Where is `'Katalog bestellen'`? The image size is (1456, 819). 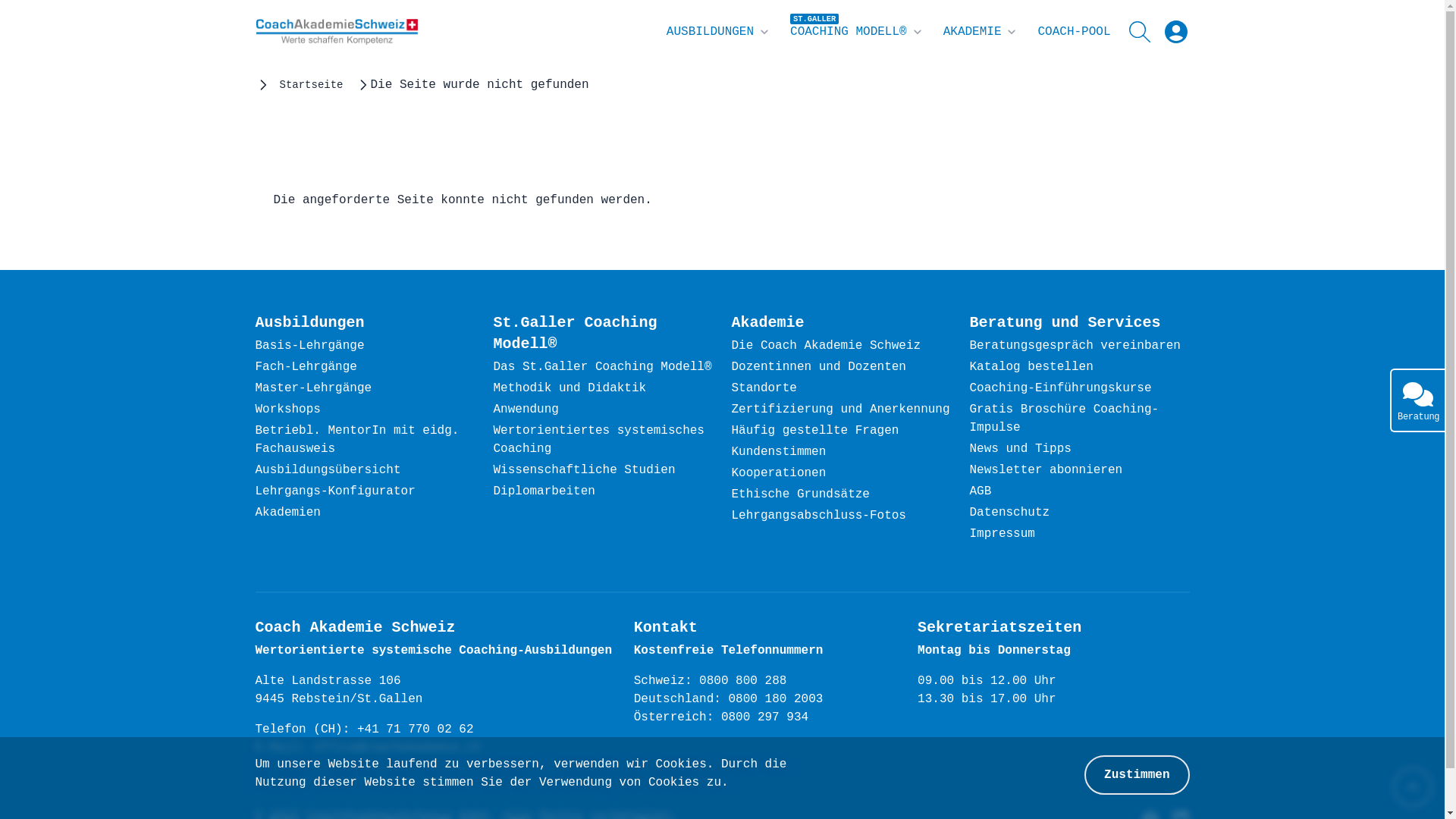
'Katalog bestellen' is located at coordinates (1031, 368).